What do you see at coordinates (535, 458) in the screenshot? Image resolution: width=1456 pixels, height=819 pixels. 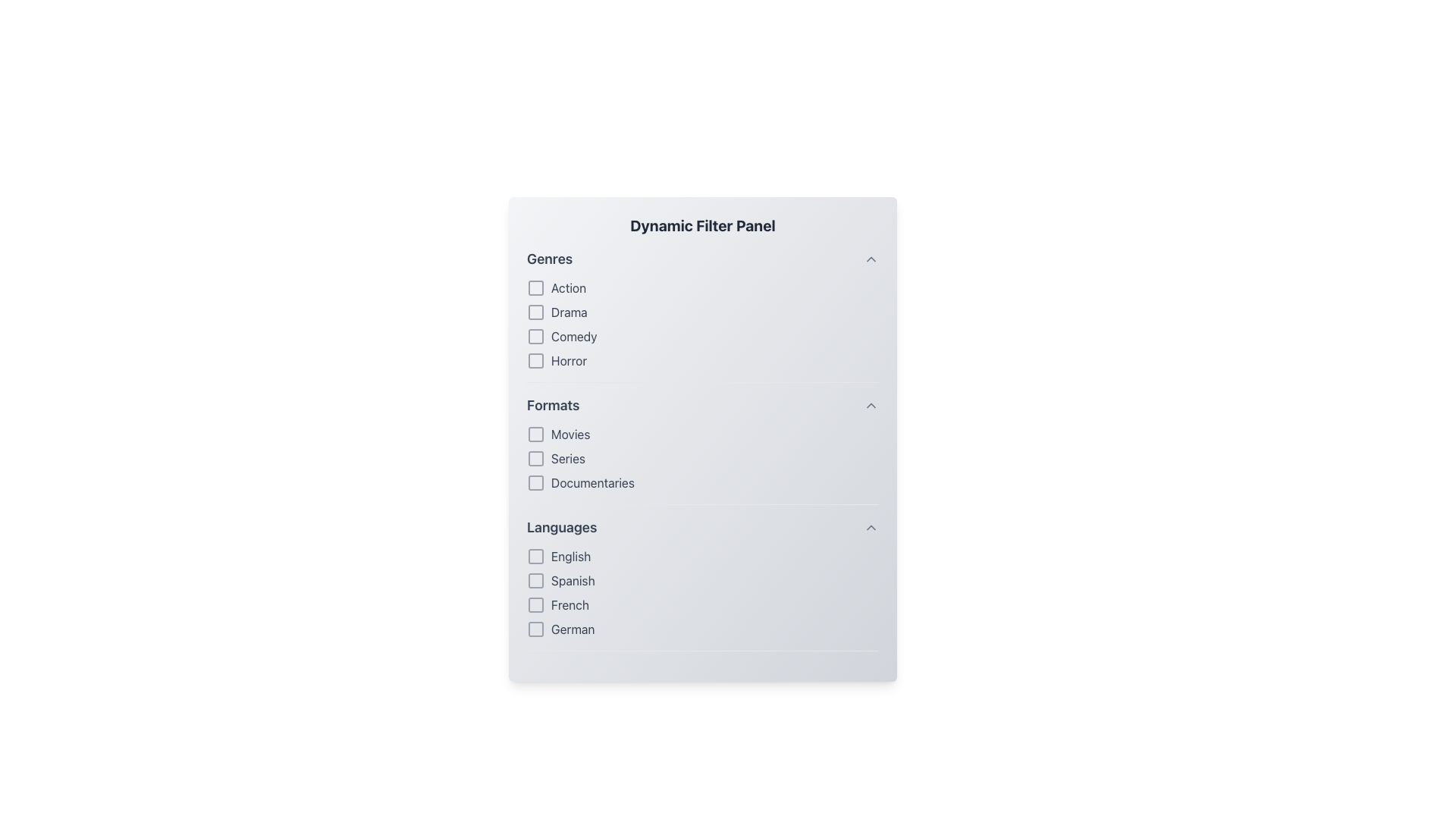 I see `the 'Series' checkbox in the 'Formats' section of the Dynamic Filter Panel` at bounding box center [535, 458].